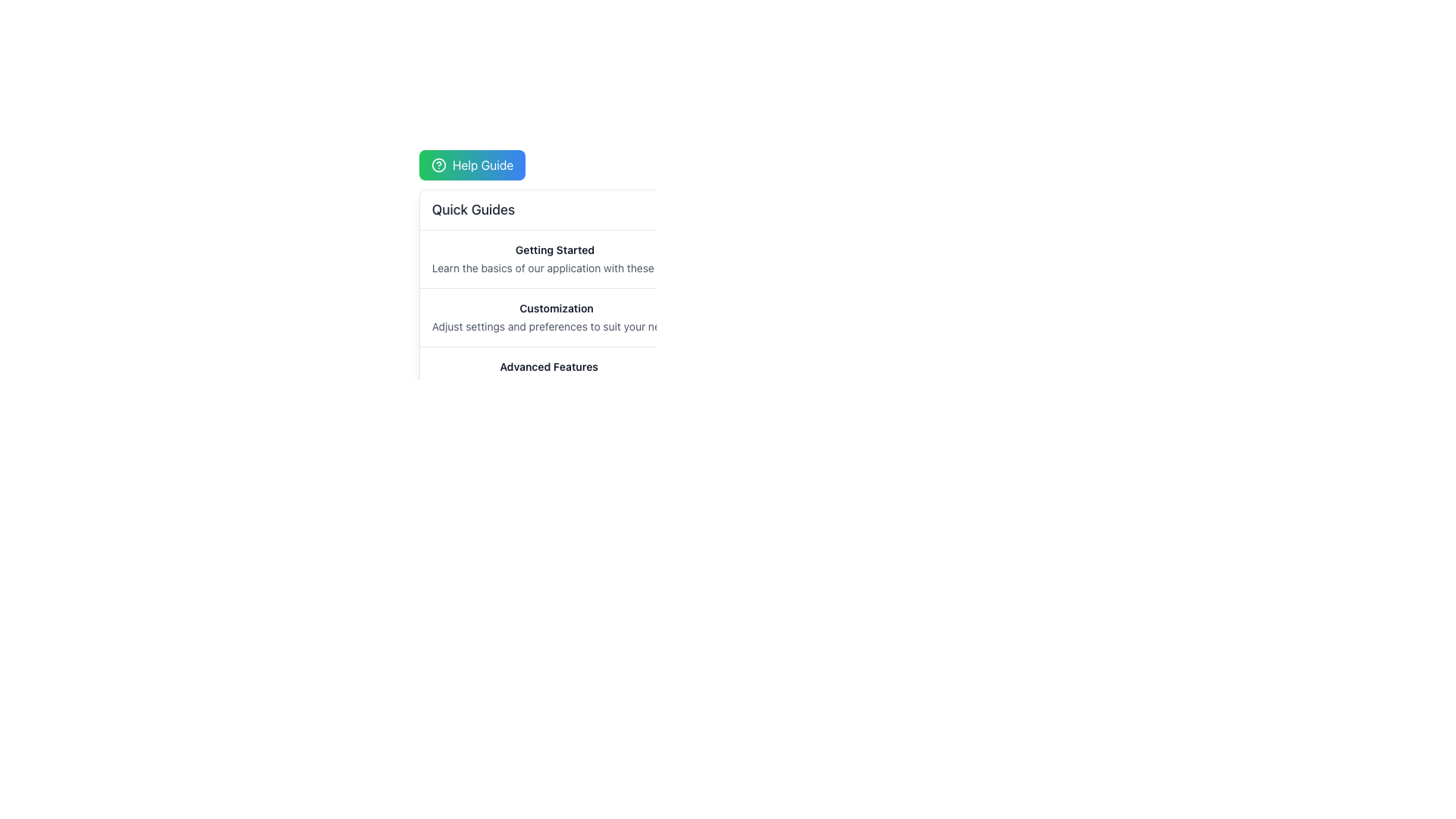 This screenshot has width=1456, height=819. Describe the element at coordinates (563, 259) in the screenshot. I see `the 'Getting Started' static informational card in the 'Quick Guides' section` at that location.